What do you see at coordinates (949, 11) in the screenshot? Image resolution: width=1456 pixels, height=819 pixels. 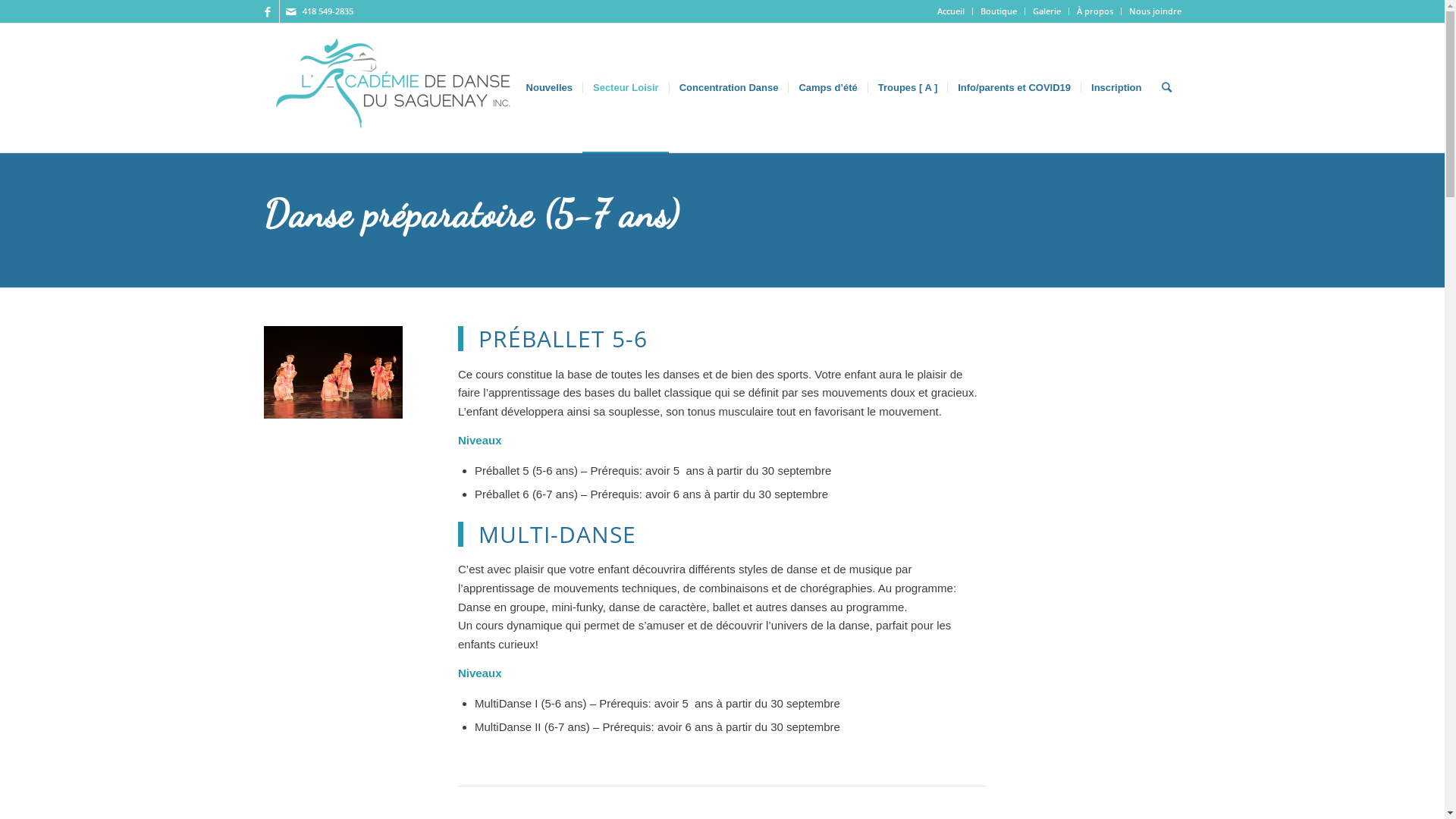 I see `'Accueil'` at bounding box center [949, 11].